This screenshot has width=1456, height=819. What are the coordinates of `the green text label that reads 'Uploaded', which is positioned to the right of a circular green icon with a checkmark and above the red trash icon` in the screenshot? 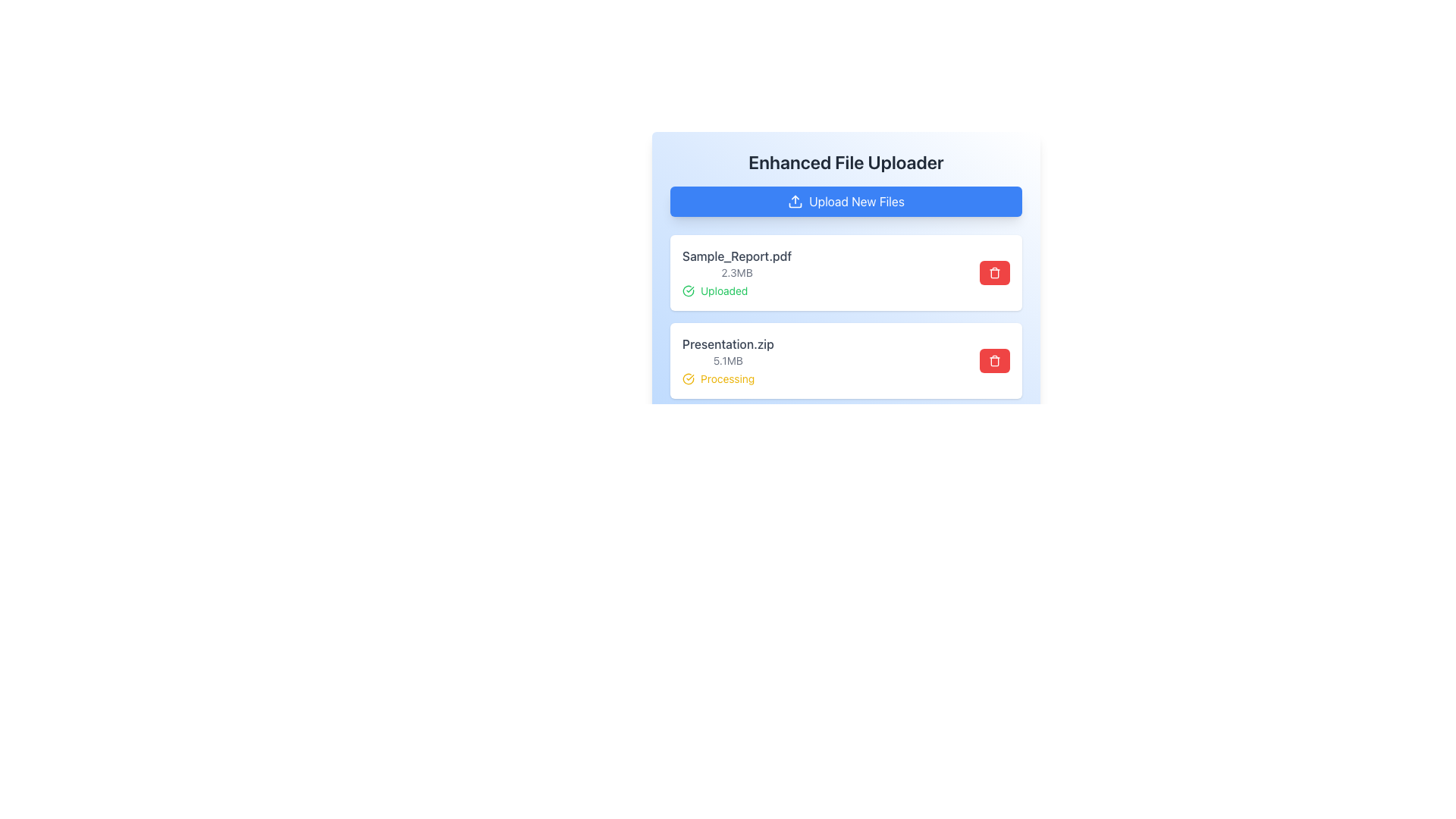 It's located at (723, 291).